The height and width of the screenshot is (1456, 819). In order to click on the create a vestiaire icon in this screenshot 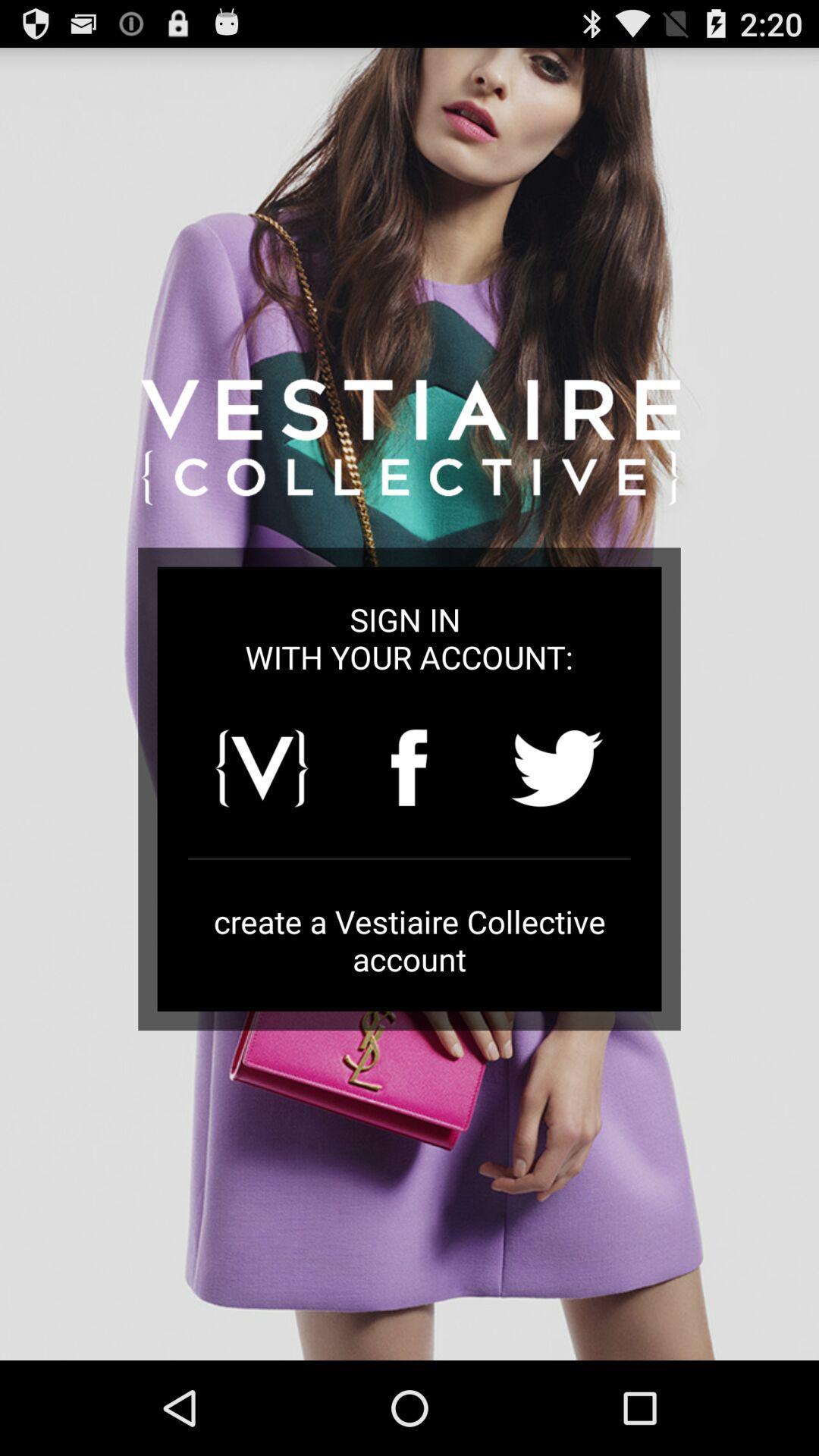, I will do `click(409, 939)`.